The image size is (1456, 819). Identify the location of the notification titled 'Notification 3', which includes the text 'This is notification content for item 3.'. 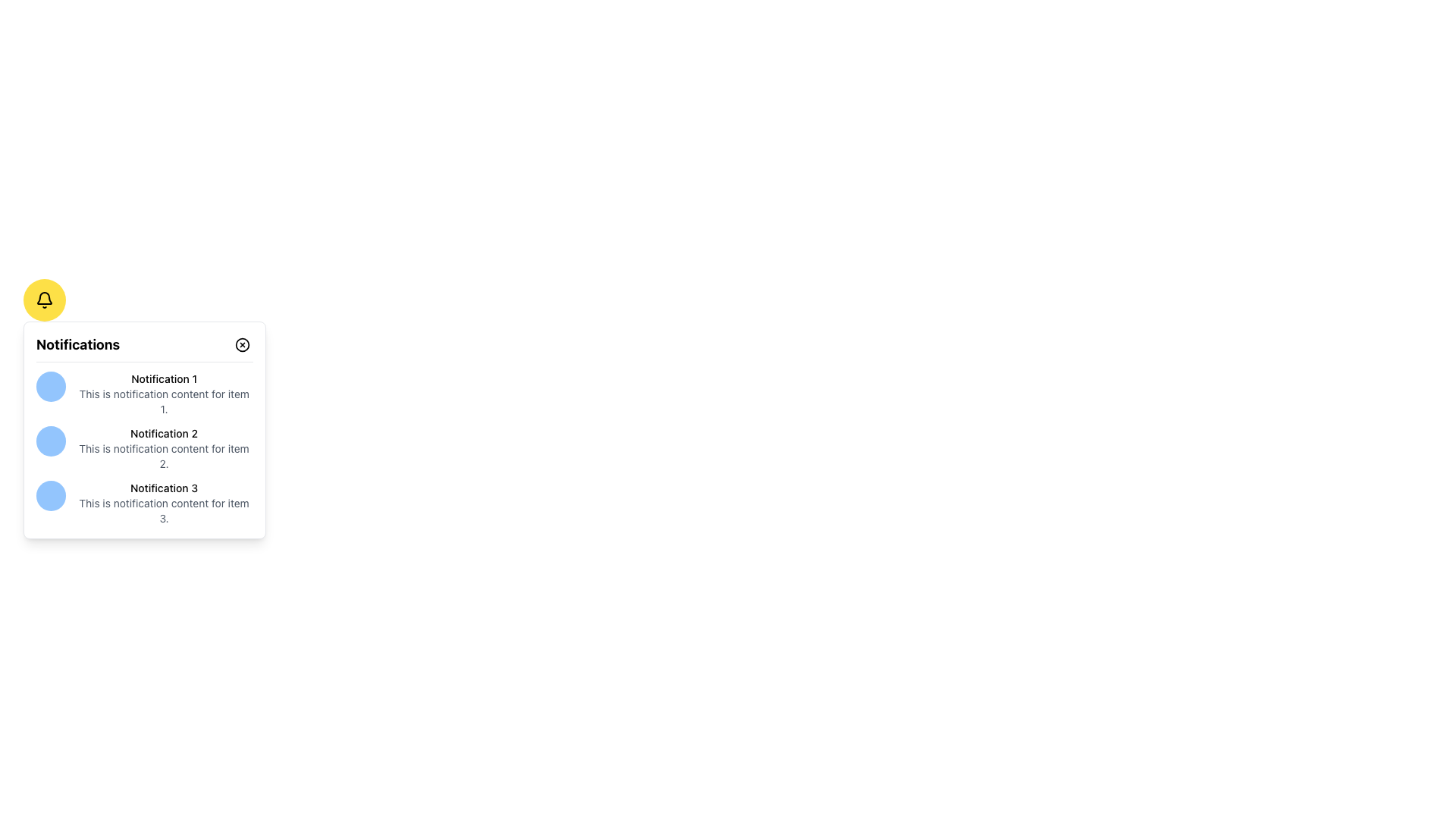
(164, 503).